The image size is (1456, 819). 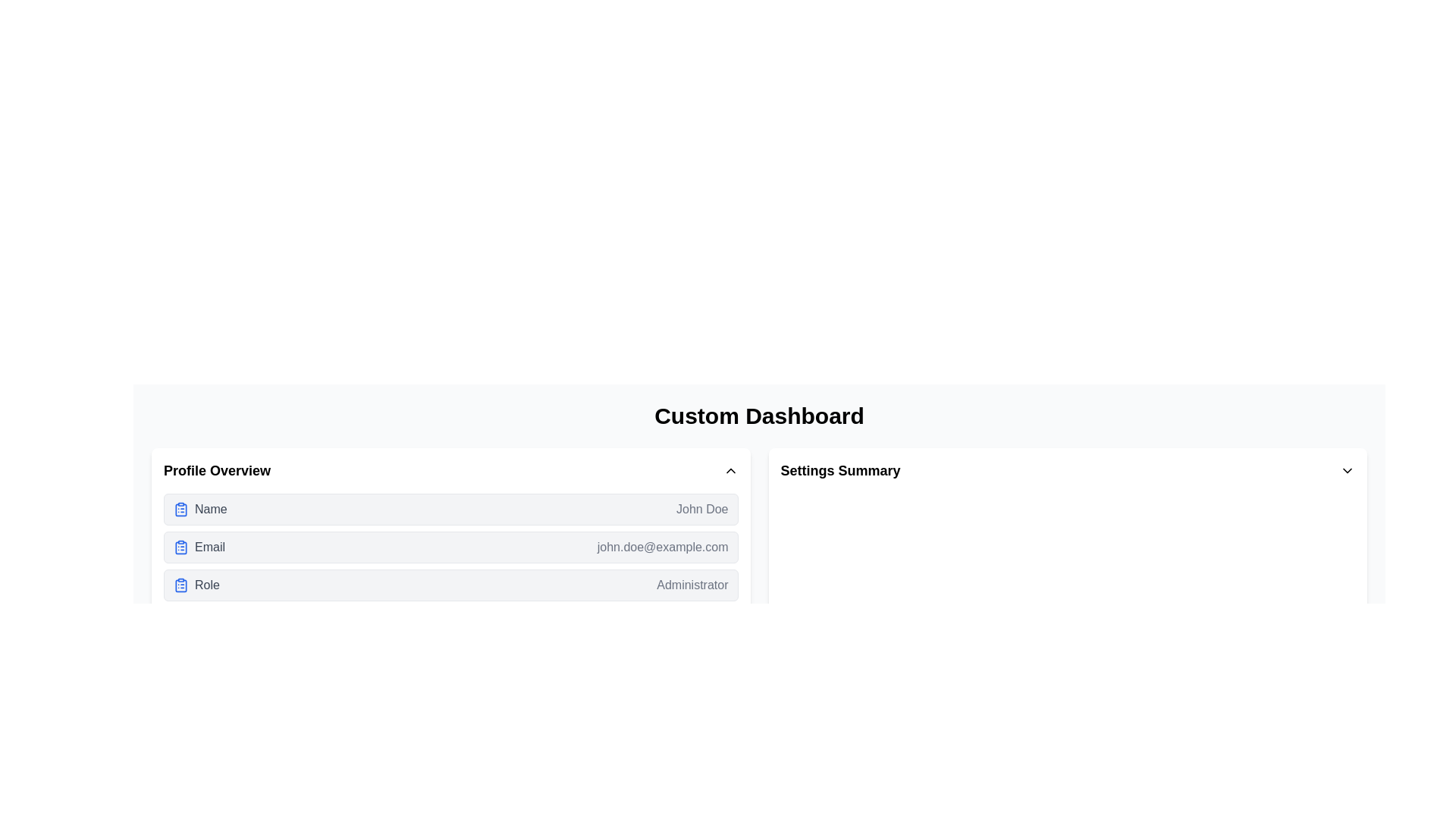 I want to click on the text label displaying 'Administrator' which is styled with a gray-colored font and is positioned on the right side of the 'Role' section within the 'Profile Overview' panel, so click(x=692, y=584).